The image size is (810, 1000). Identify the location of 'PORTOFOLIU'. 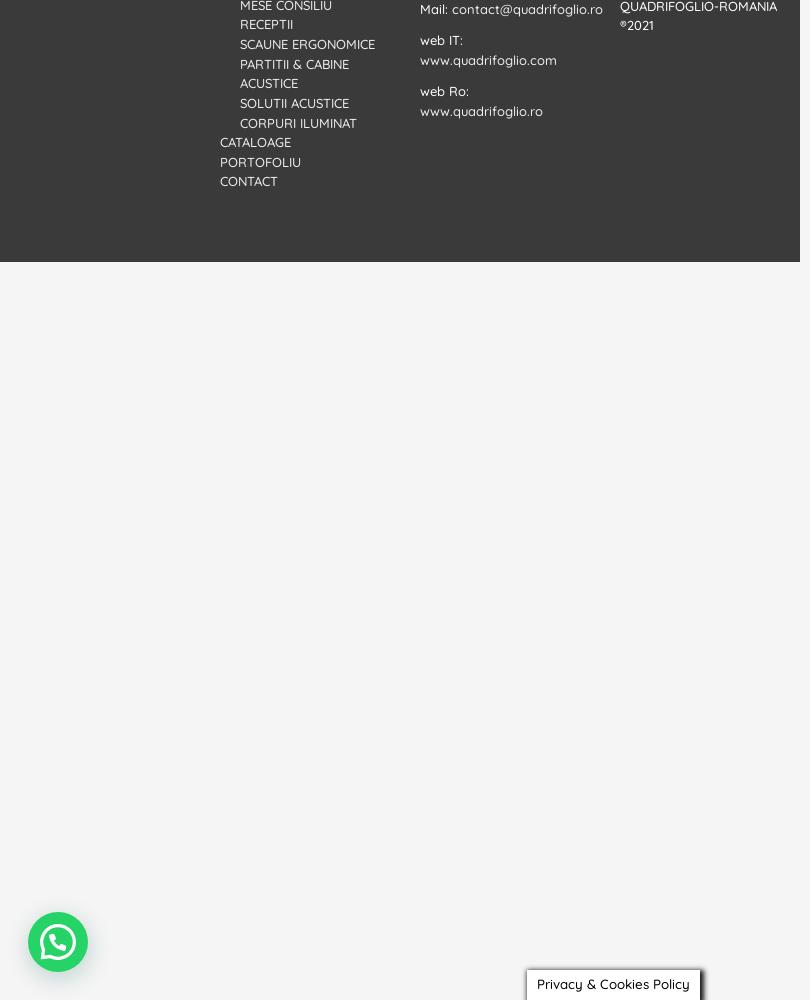
(259, 161).